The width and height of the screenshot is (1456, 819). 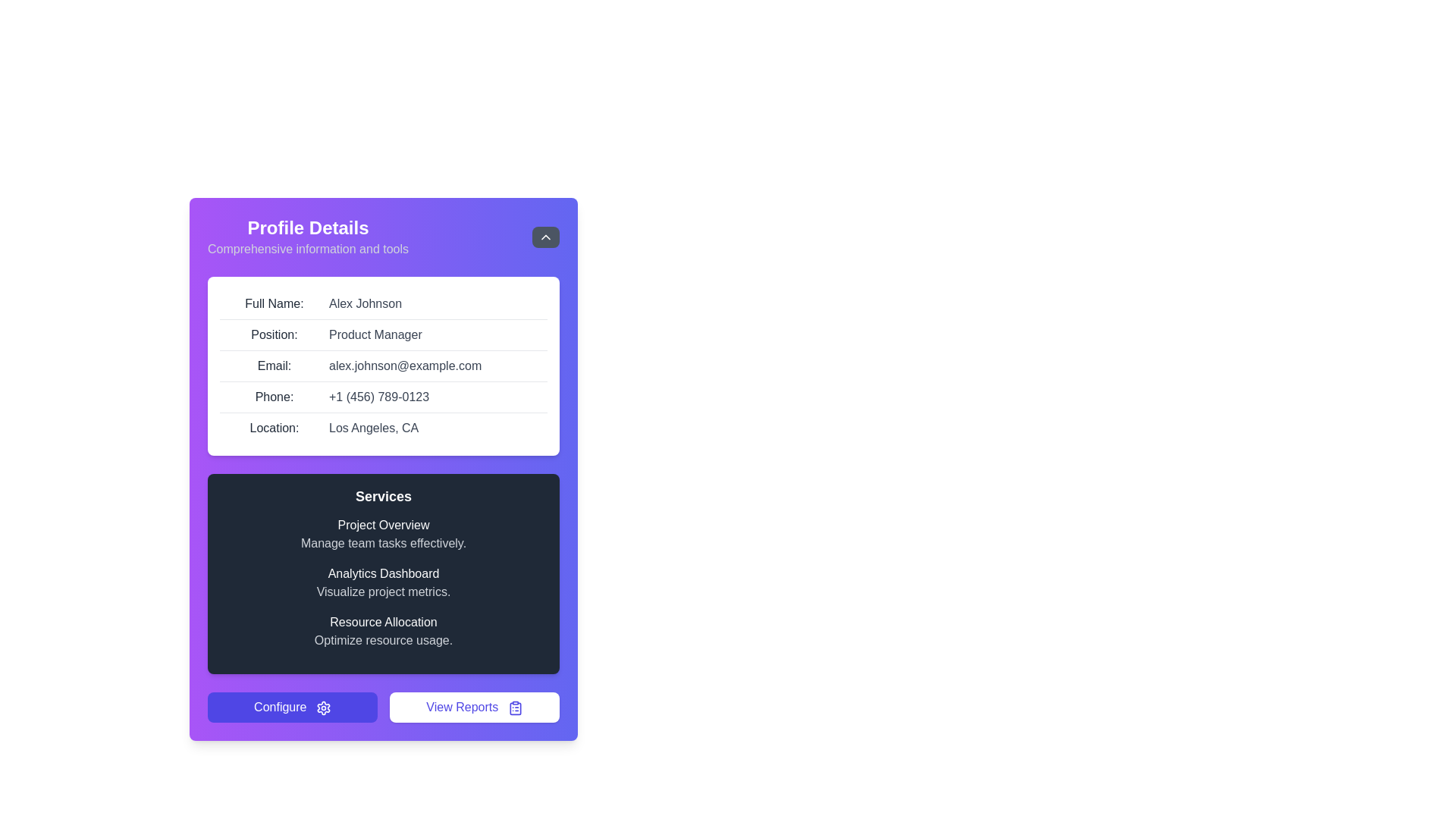 I want to click on the text label pair displaying 'Location: Los Angeles, CA', which is the fifth row in the profile details list, so click(x=383, y=428).